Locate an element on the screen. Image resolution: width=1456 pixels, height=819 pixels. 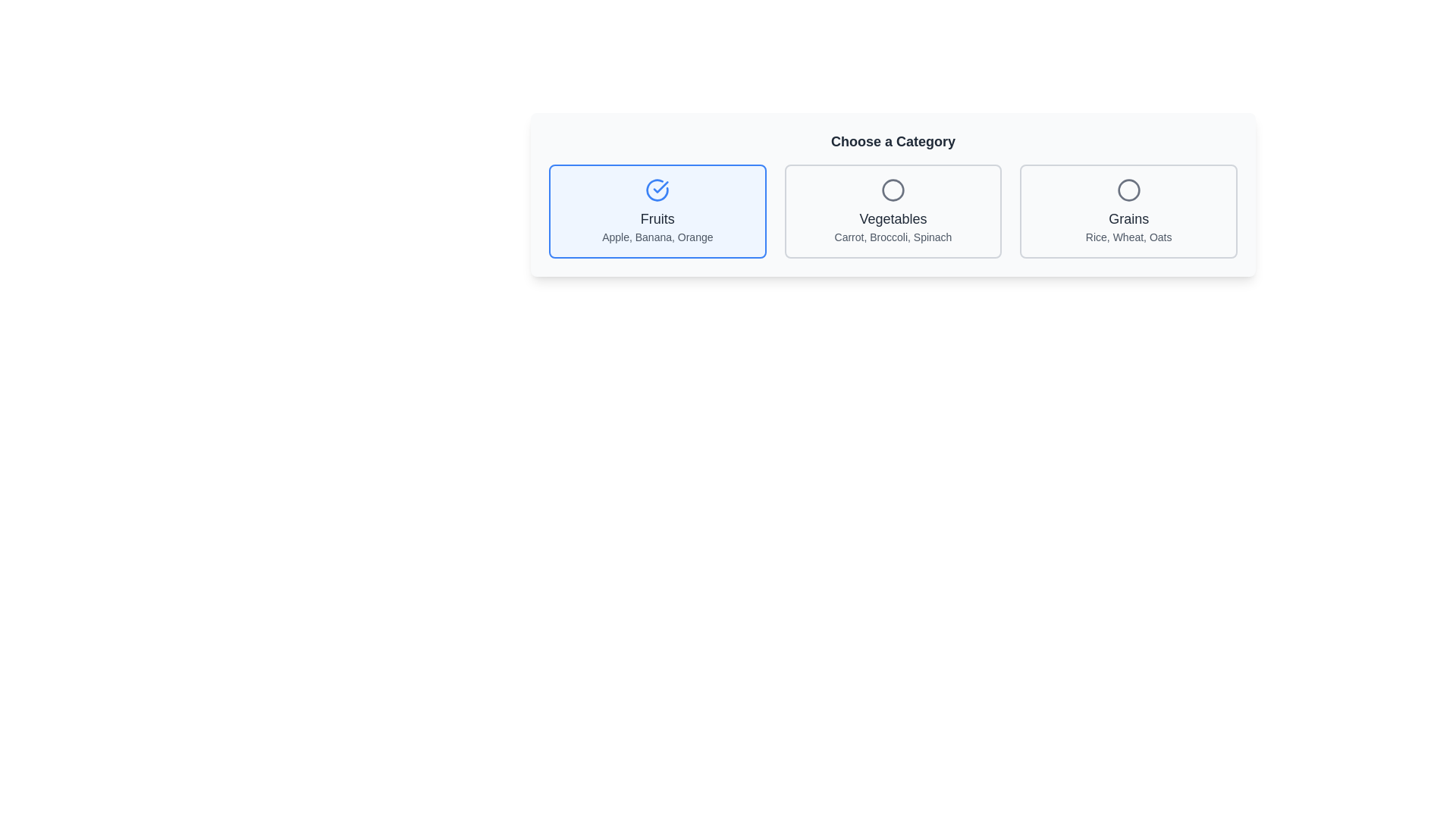
the circular gray icon with an outline design located at the top center of the 'Grains' category card is located at coordinates (1128, 189).